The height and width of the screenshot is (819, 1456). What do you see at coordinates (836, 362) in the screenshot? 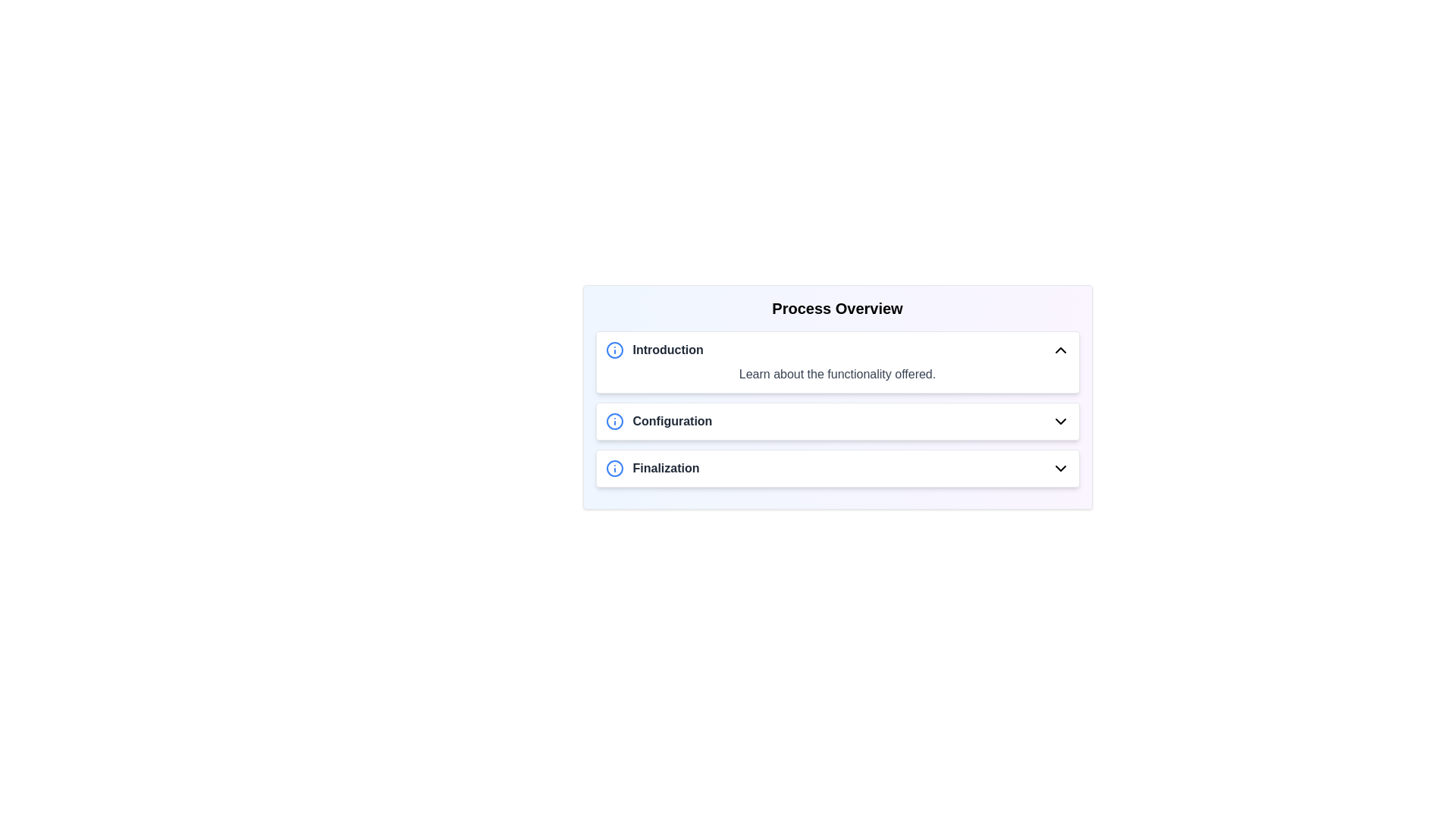
I see `description text within the 'Introduction' collapsible section, which contains an informative text: 'Learn about the functionality offered.'` at bounding box center [836, 362].